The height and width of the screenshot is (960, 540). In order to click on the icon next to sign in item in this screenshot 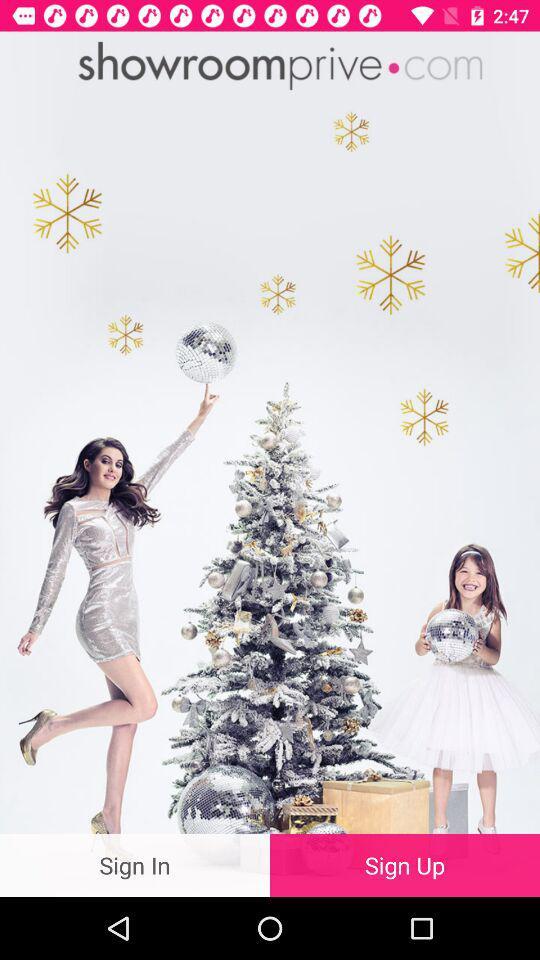, I will do `click(405, 864)`.